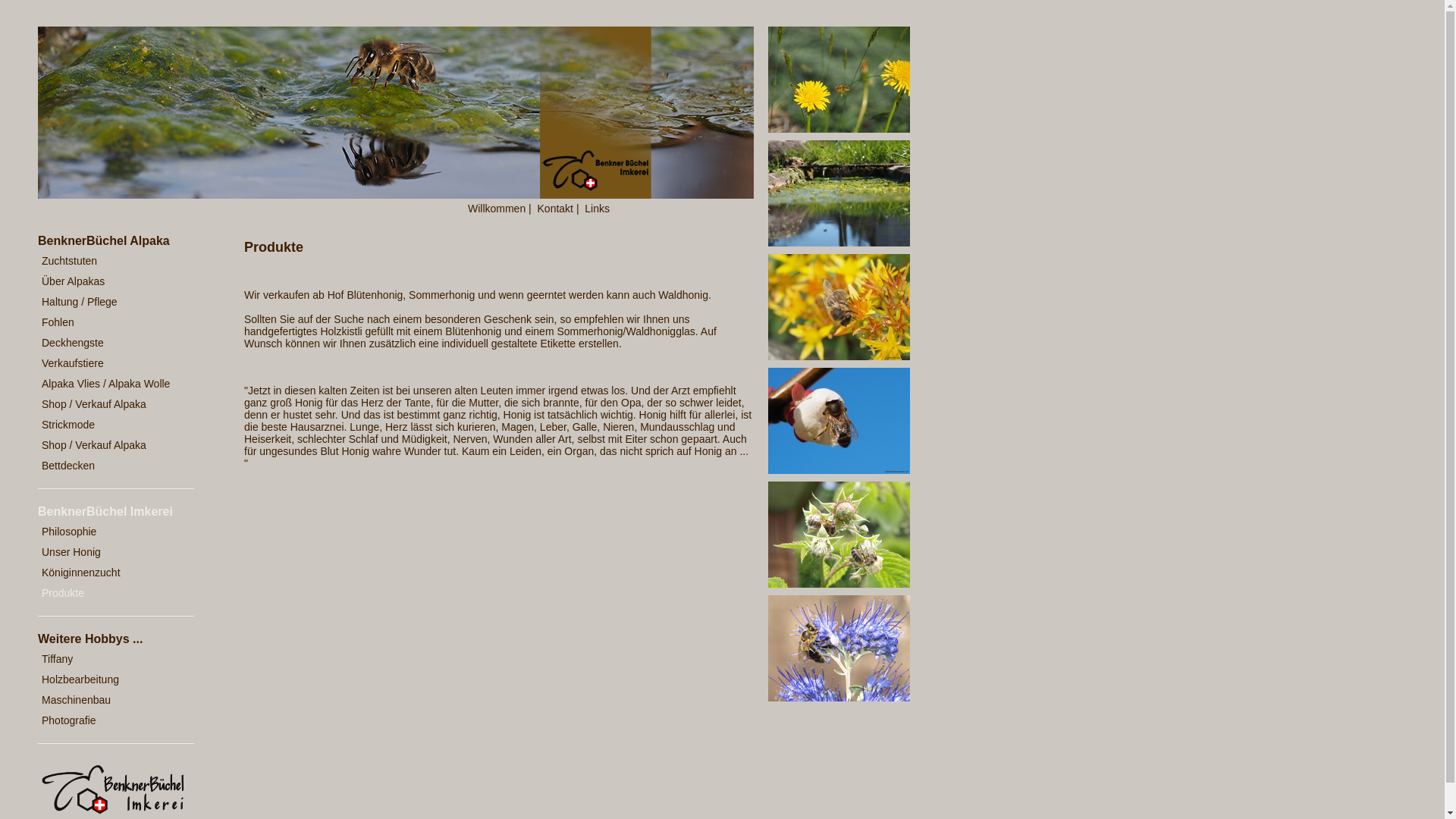 The height and width of the screenshot is (819, 1456). What do you see at coordinates (108, 679) in the screenshot?
I see `'Holzbearbeitung'` at bounding box center [108, 679].